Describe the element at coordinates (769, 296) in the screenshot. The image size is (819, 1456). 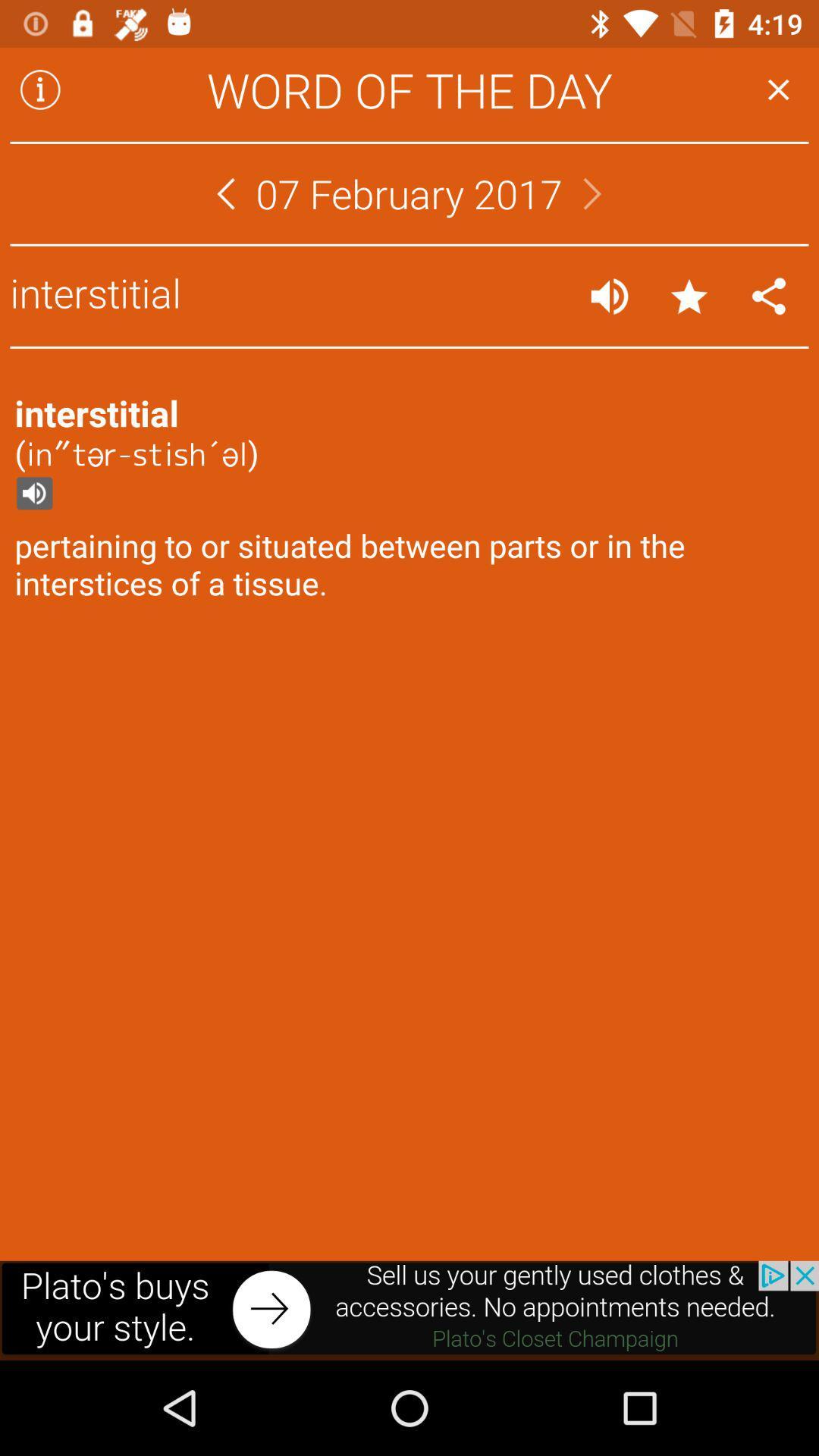
I see `share` at that location.